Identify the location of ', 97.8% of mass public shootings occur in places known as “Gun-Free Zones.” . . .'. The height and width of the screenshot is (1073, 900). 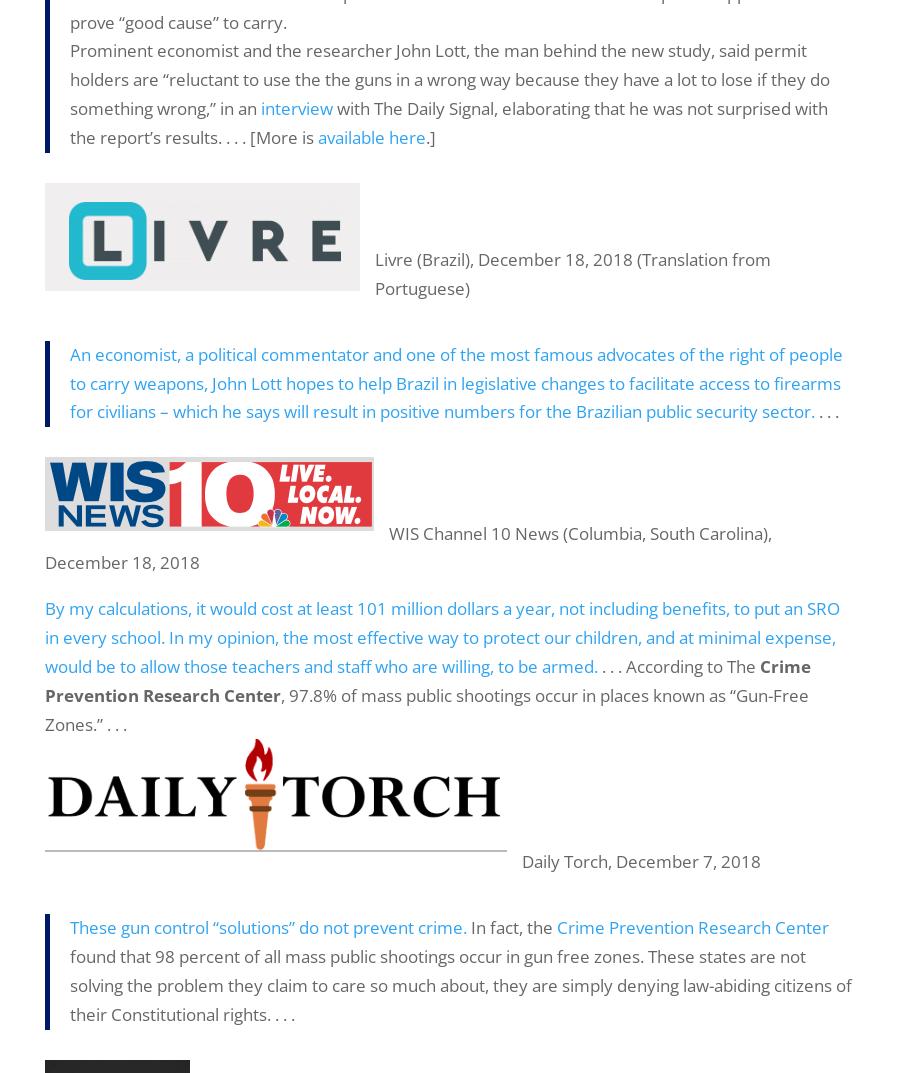
(426, 709).